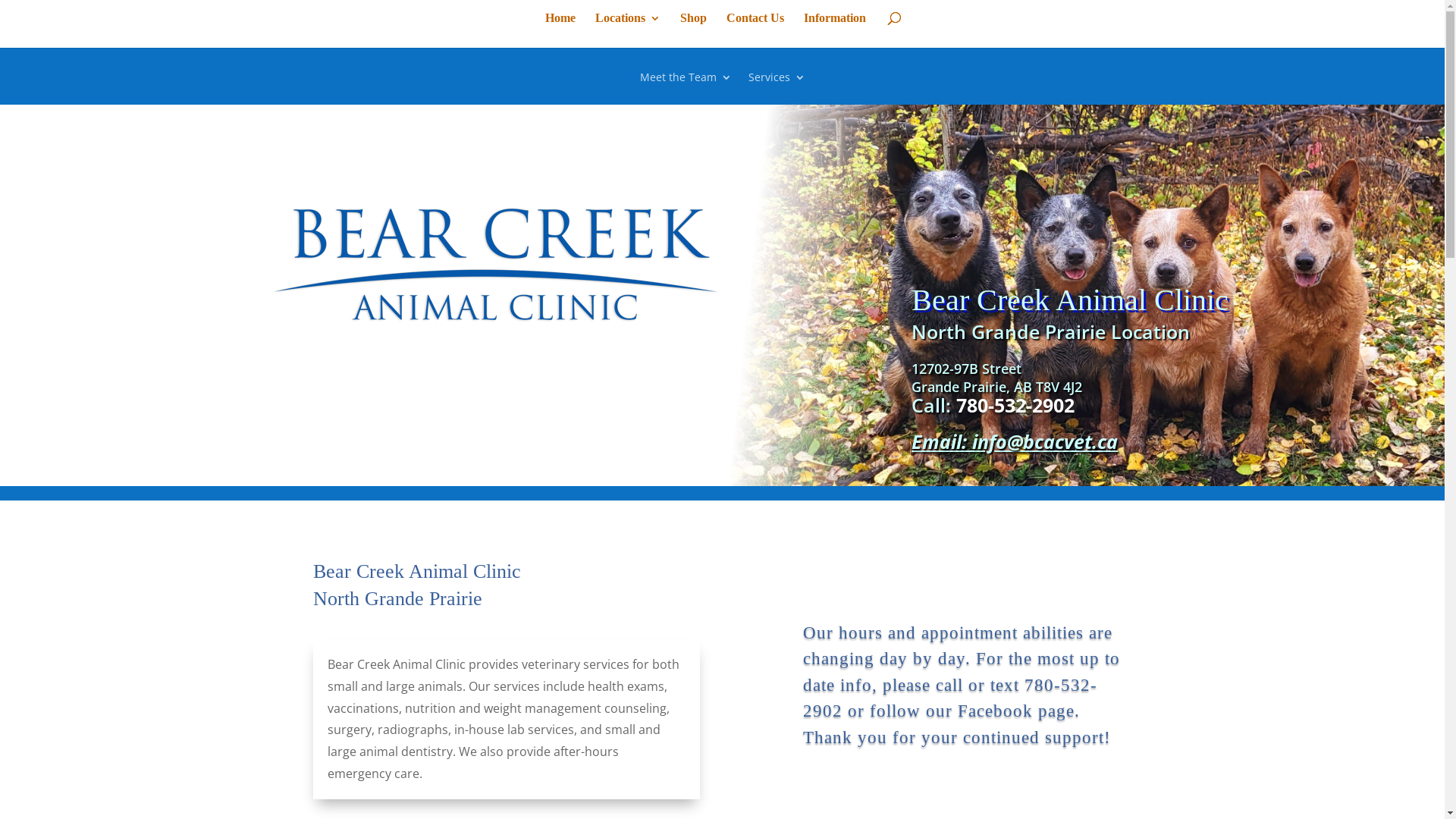 Image resolution: width=1456 pixels, height=819 pixels. What do you see at coordinates (560, 30) in the screenshot?
I see `'Home'` at bounding box center [560, 30].